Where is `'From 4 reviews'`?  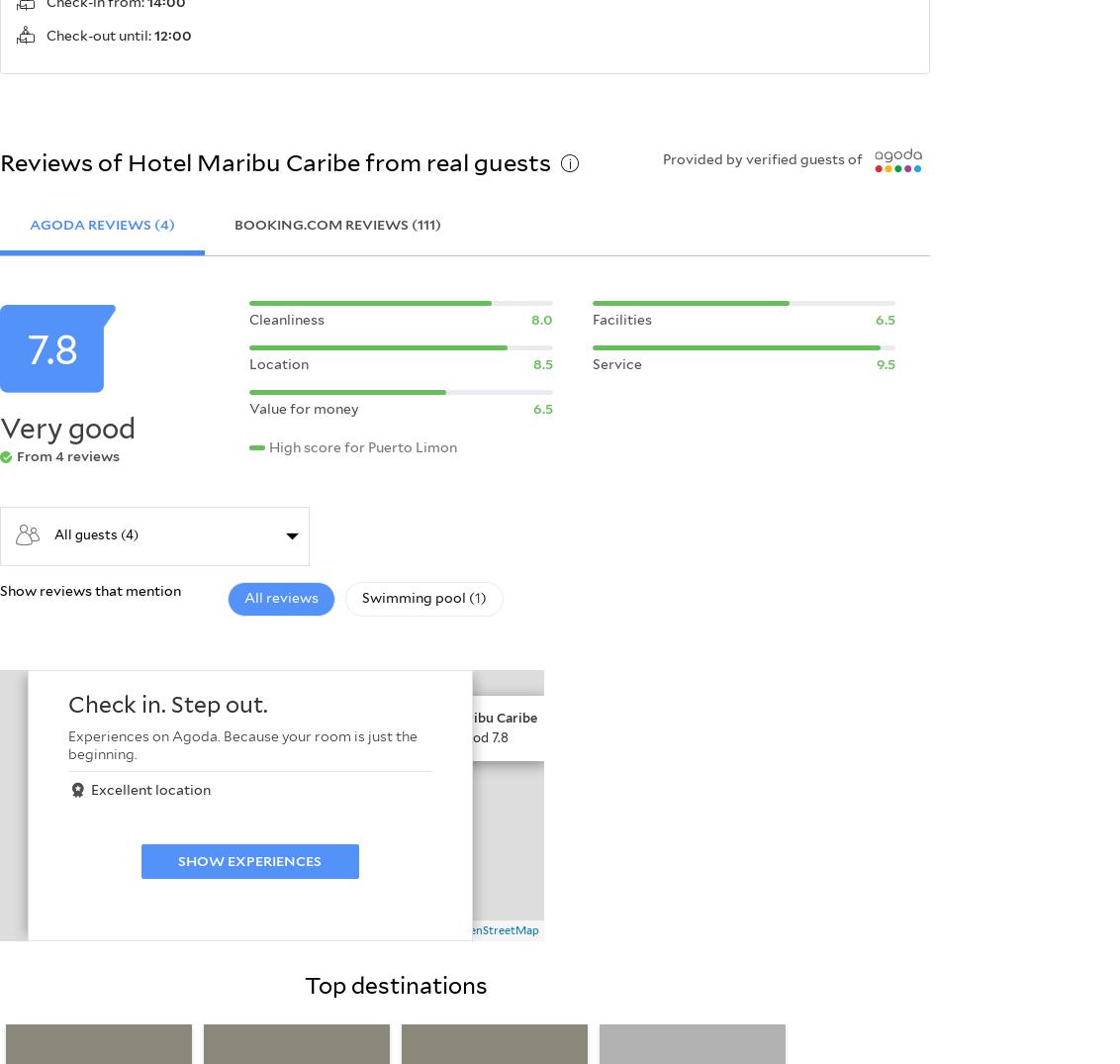
'From 4 reviews' is located at coordinates (68, 455).